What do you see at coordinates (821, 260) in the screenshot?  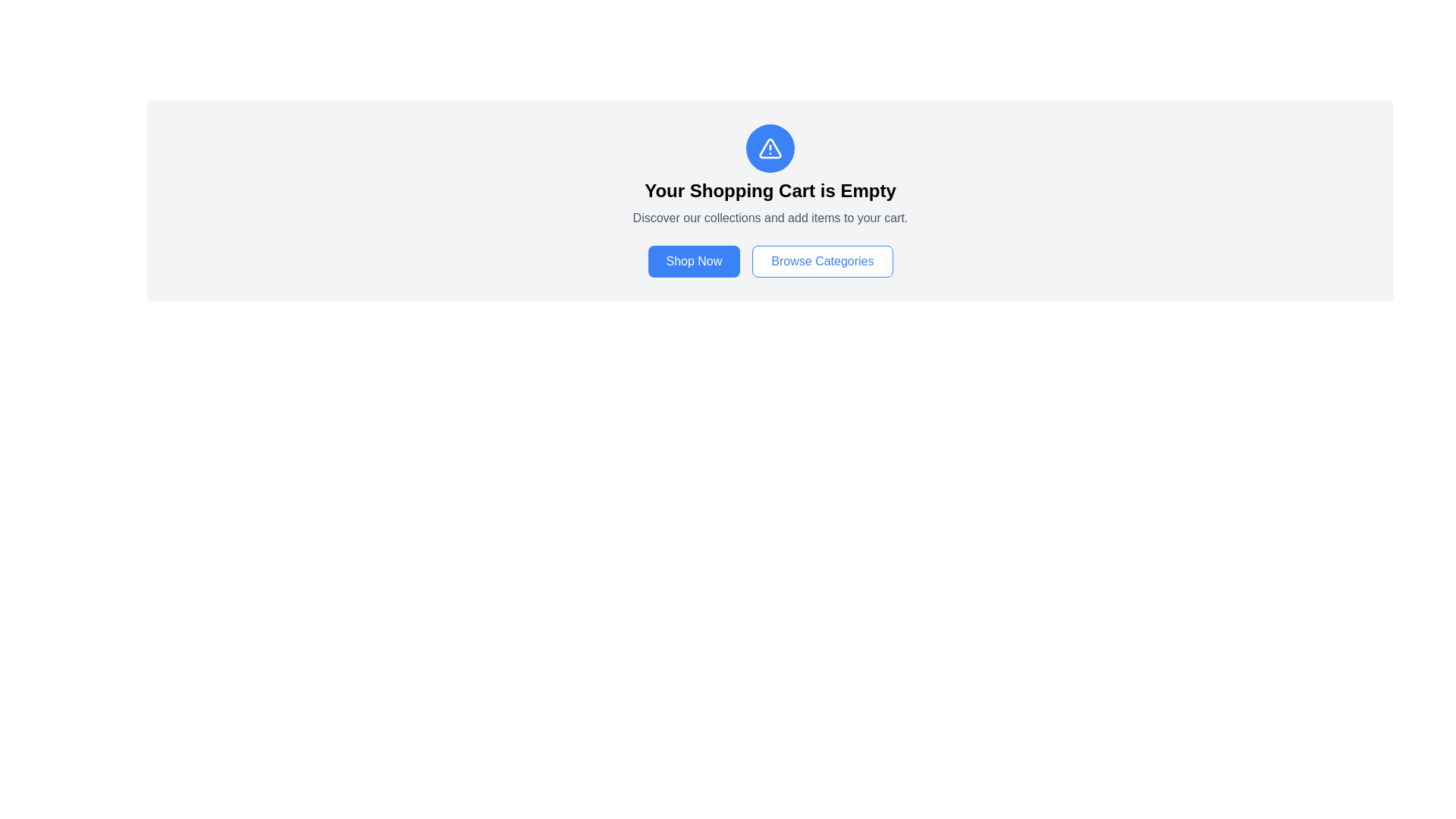 I see `the navigation button located to the right of the 'Shop Now' button, which allows users` at bounding box center [821, 260].